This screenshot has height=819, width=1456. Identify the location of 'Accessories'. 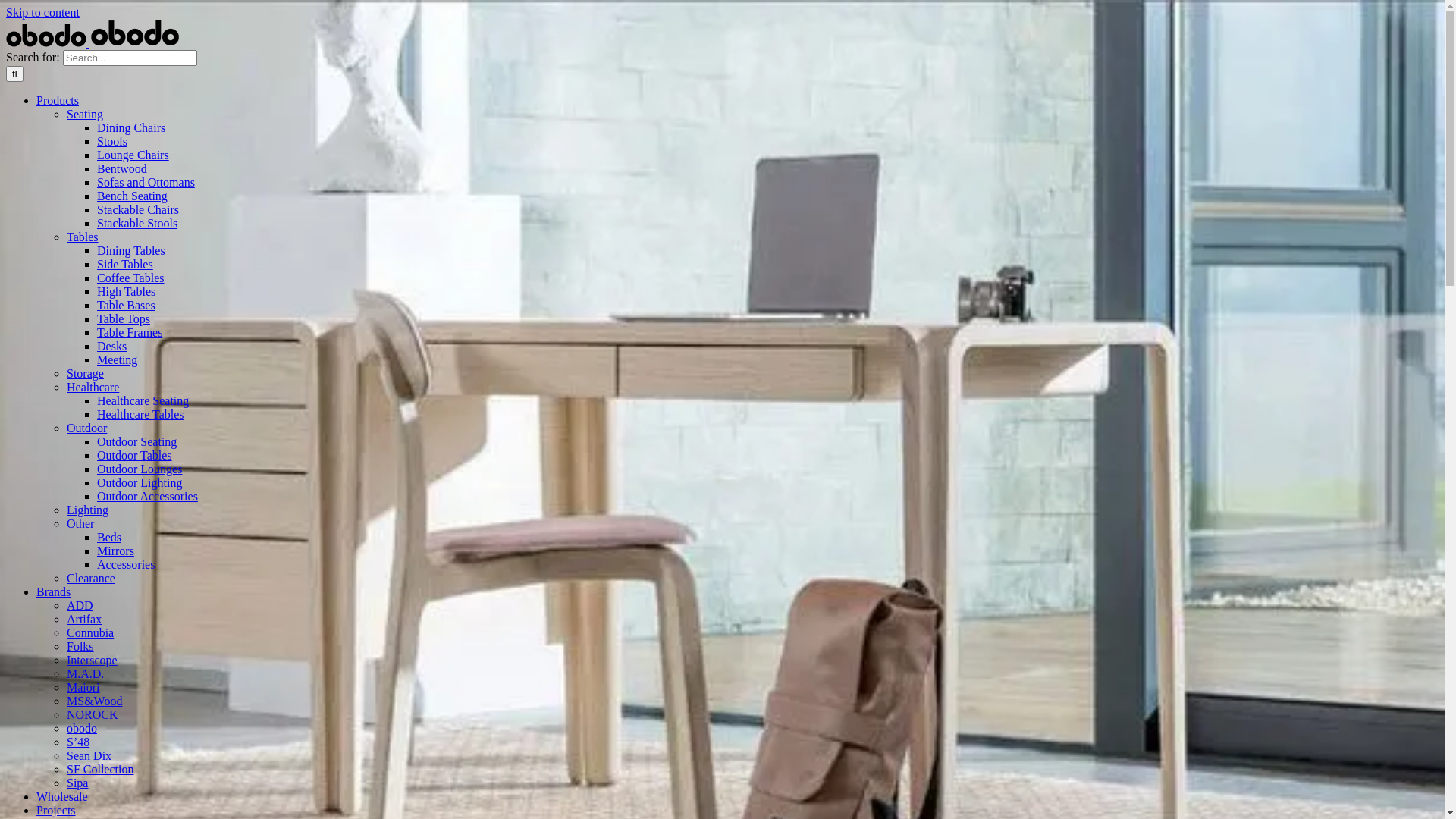
(126, 564).